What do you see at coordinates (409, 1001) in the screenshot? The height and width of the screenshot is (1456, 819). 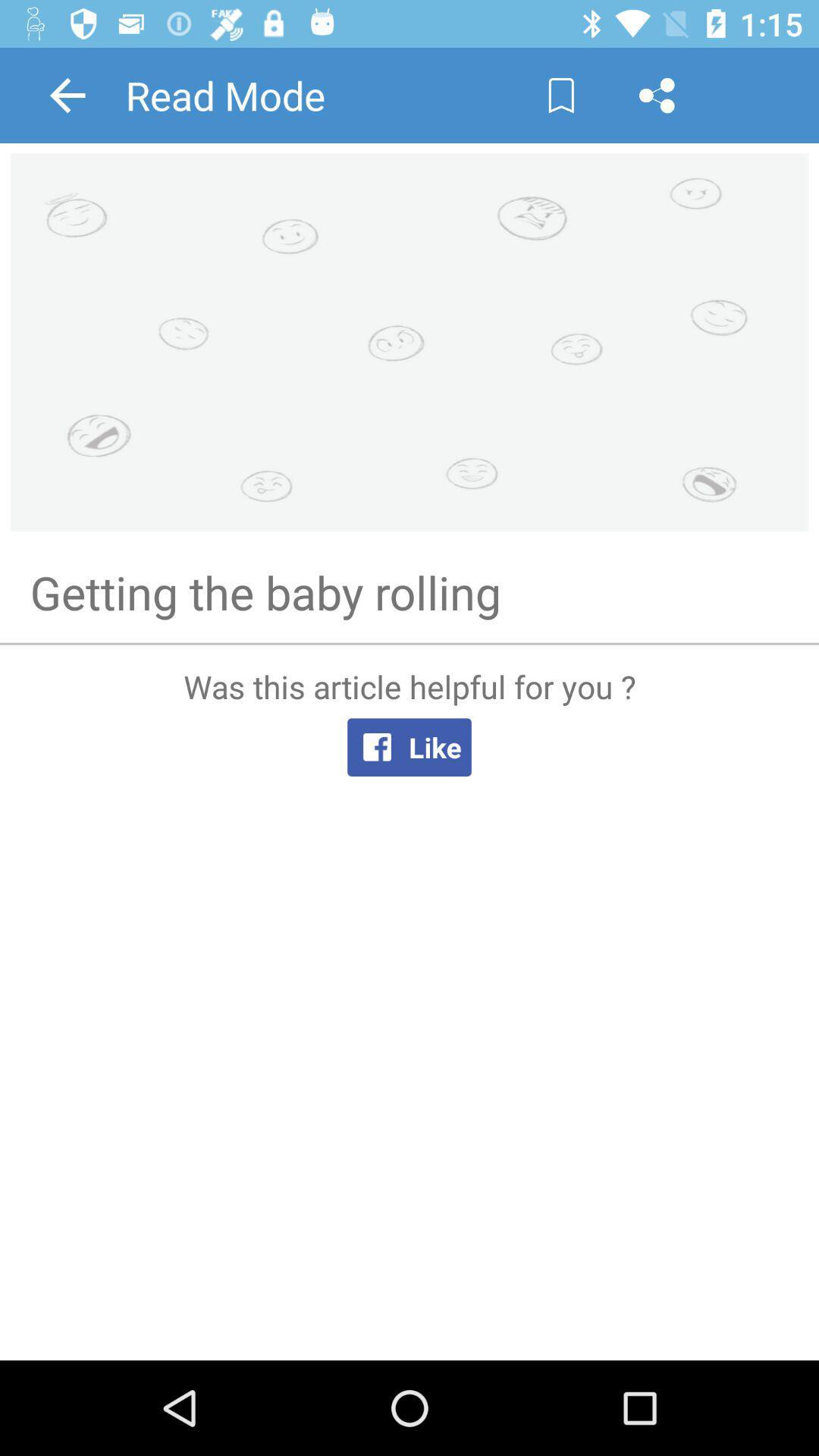 I see `like the article` at bounding box center [409, 1001].